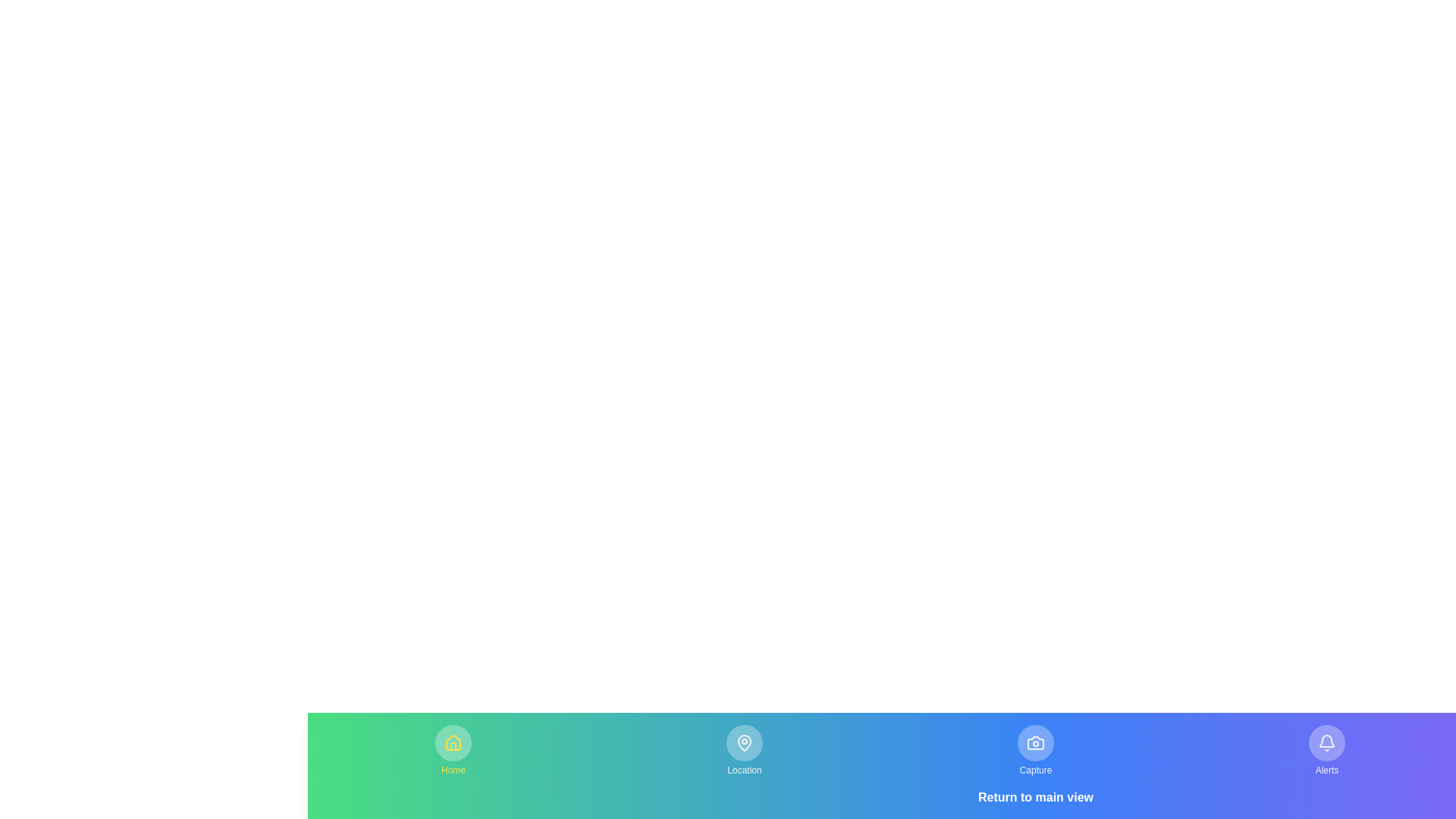 The height and width of the screenshot is (819, 1456). What do you see at coordinates (453, 751) in the screenshot?
I see `the menu item labeled Home to trigger its hover effect` at bounding box center [453, 751].